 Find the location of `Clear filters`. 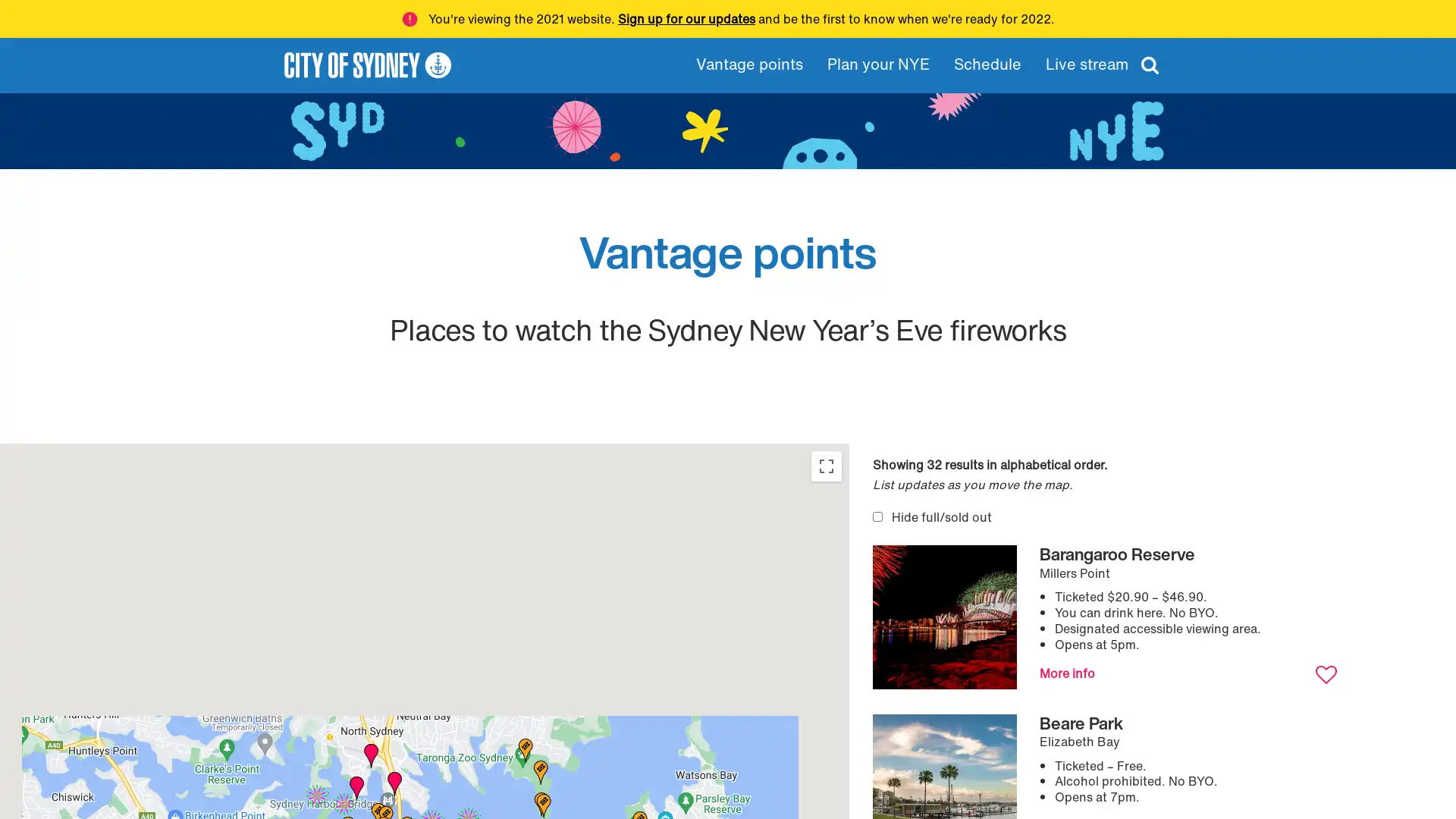

Clear filters is located at coordinates (369, 124).